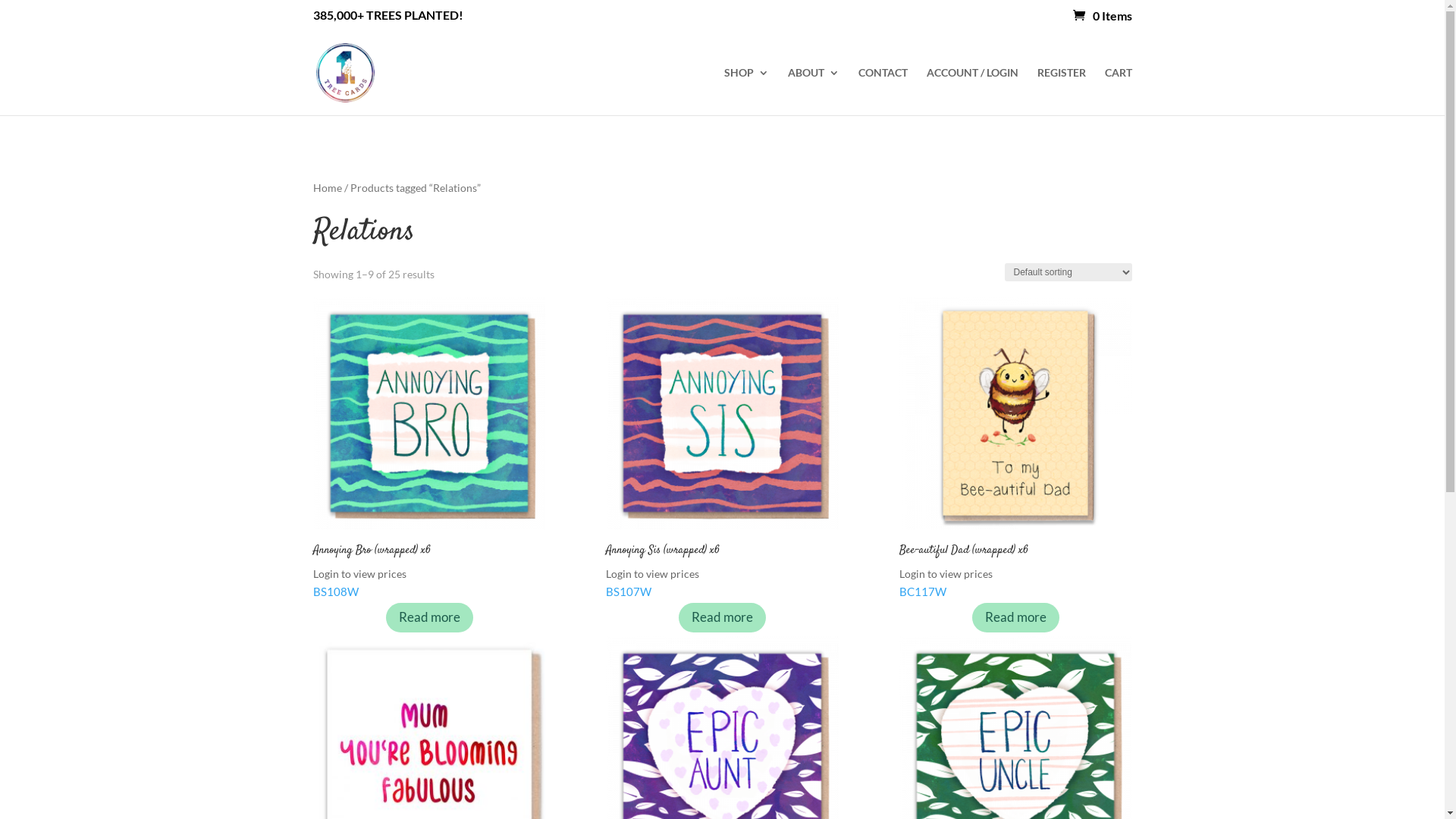 This screenshot has width=1456, height=819. Describe the element at coordinates (1102, 15) in the screenshot. I see `'0 Items'` at that location.